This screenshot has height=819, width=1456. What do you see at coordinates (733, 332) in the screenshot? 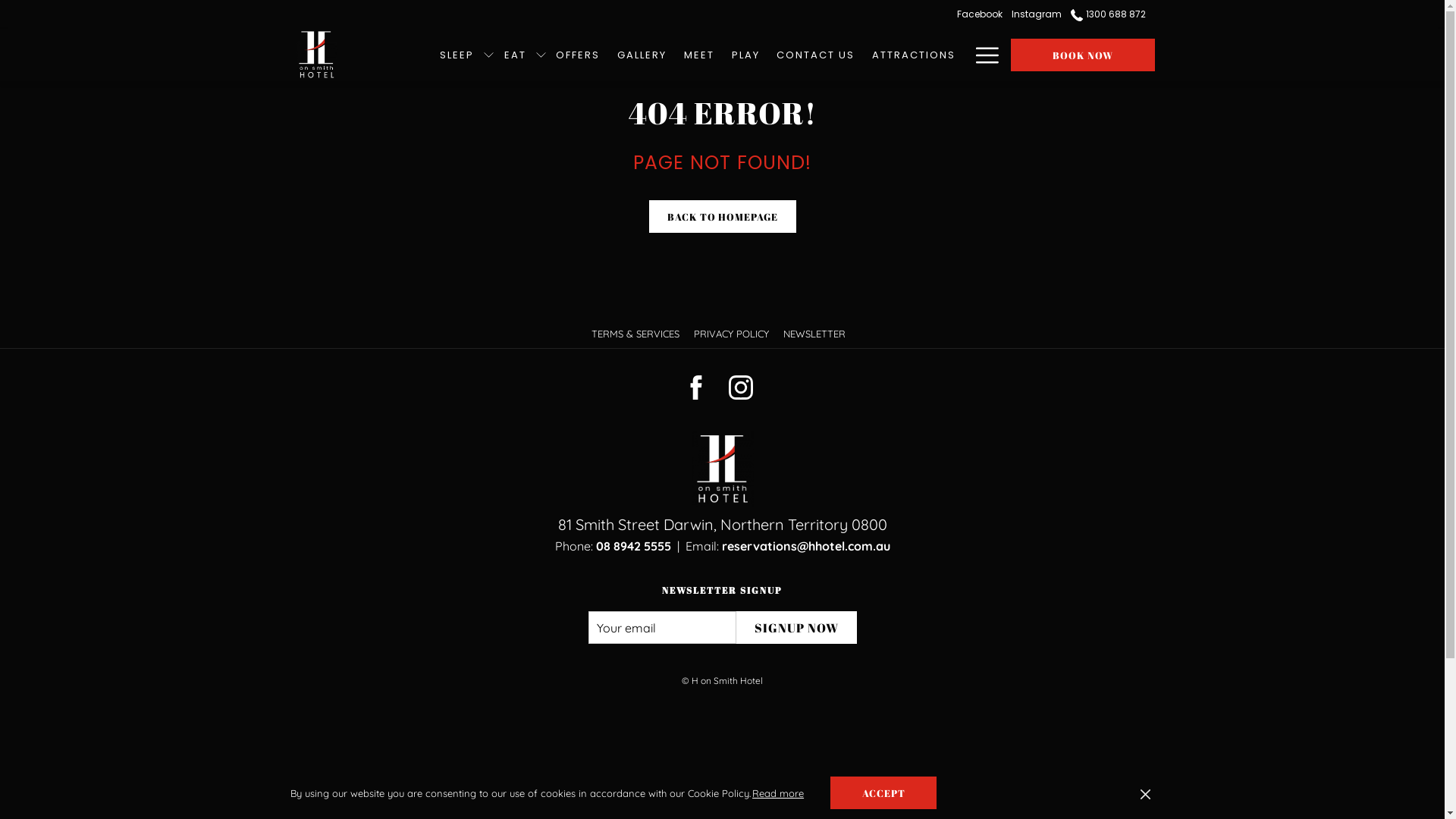
I see `'PRIVACY POLICY'` at bounding box center [733, 332].